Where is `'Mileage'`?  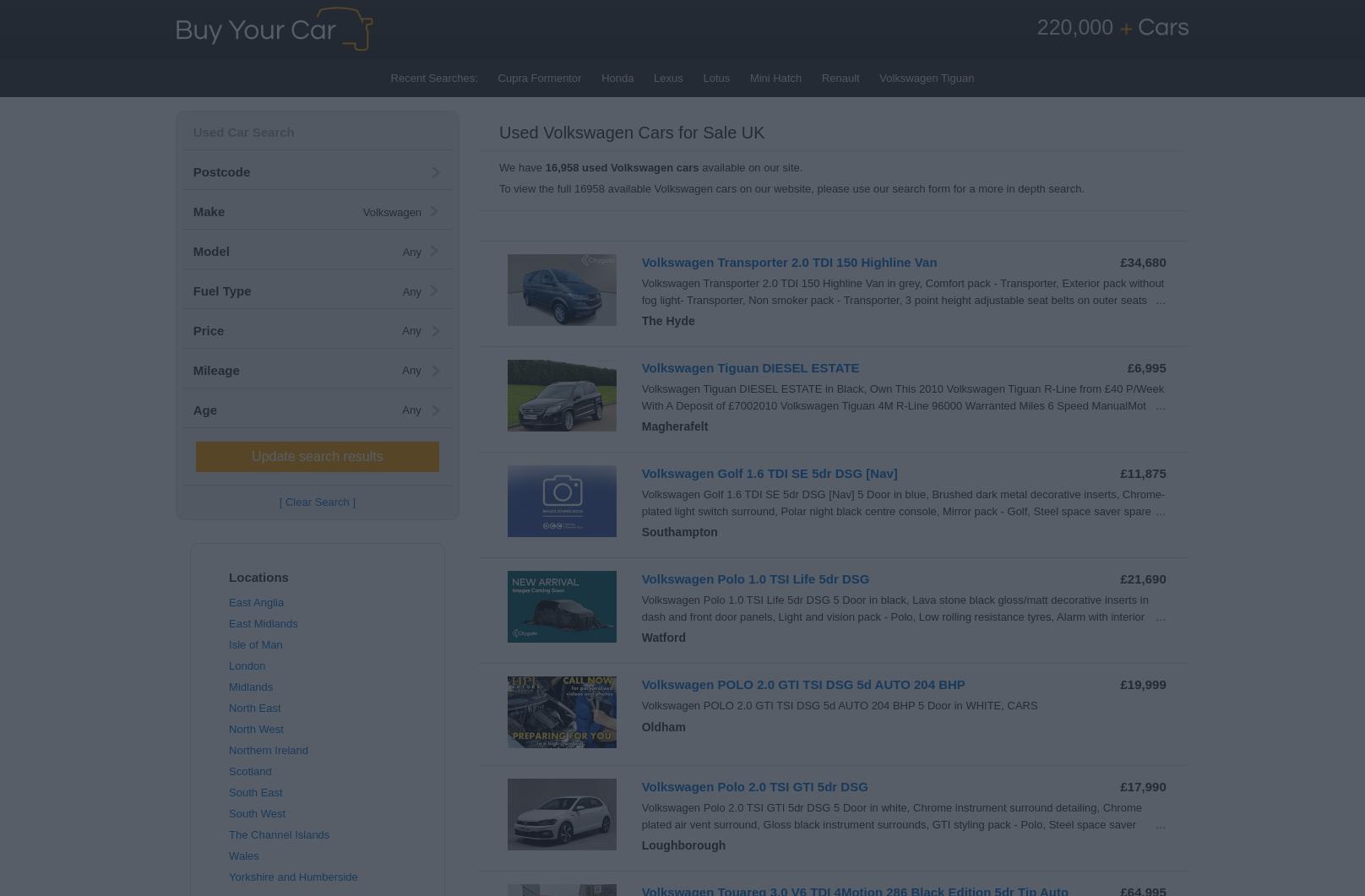
'Mileage' is located at coordinates (215, 370).